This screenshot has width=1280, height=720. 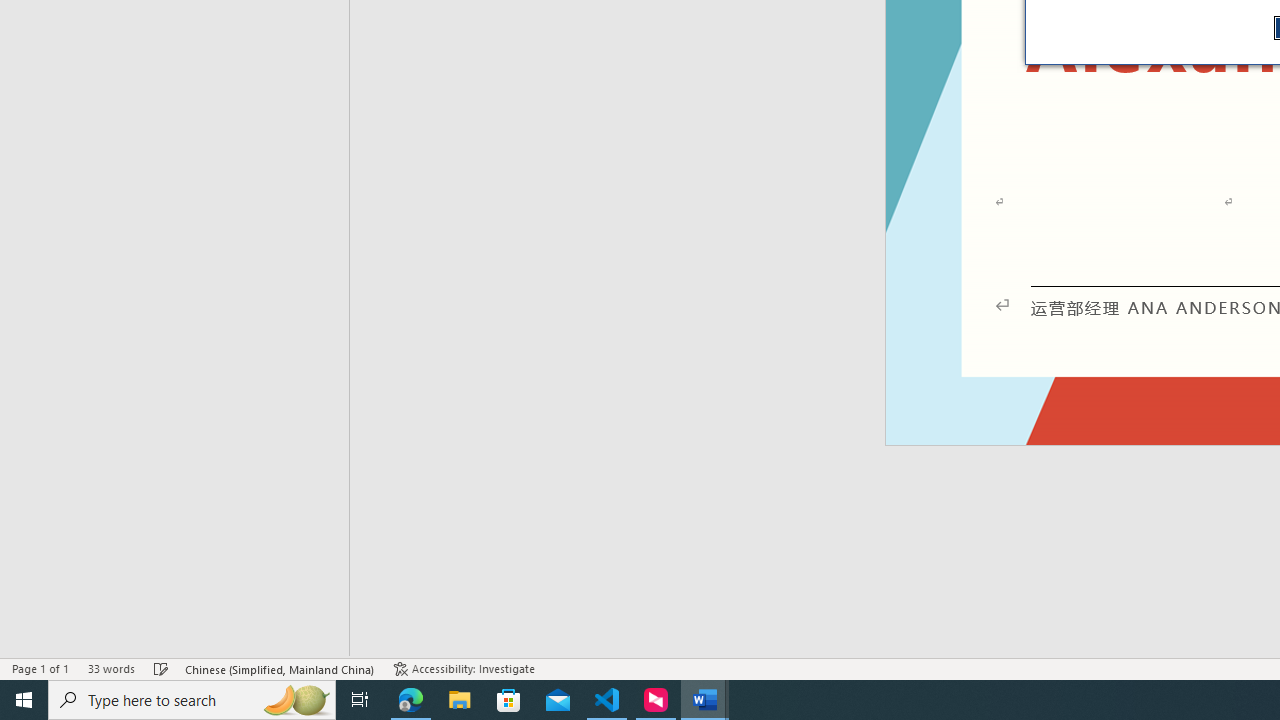 What do you see at coordinates (161, 669) in the screenshot?
I see `'Spelling and Grammar Check Checking'` at bounding box center [161, 669].